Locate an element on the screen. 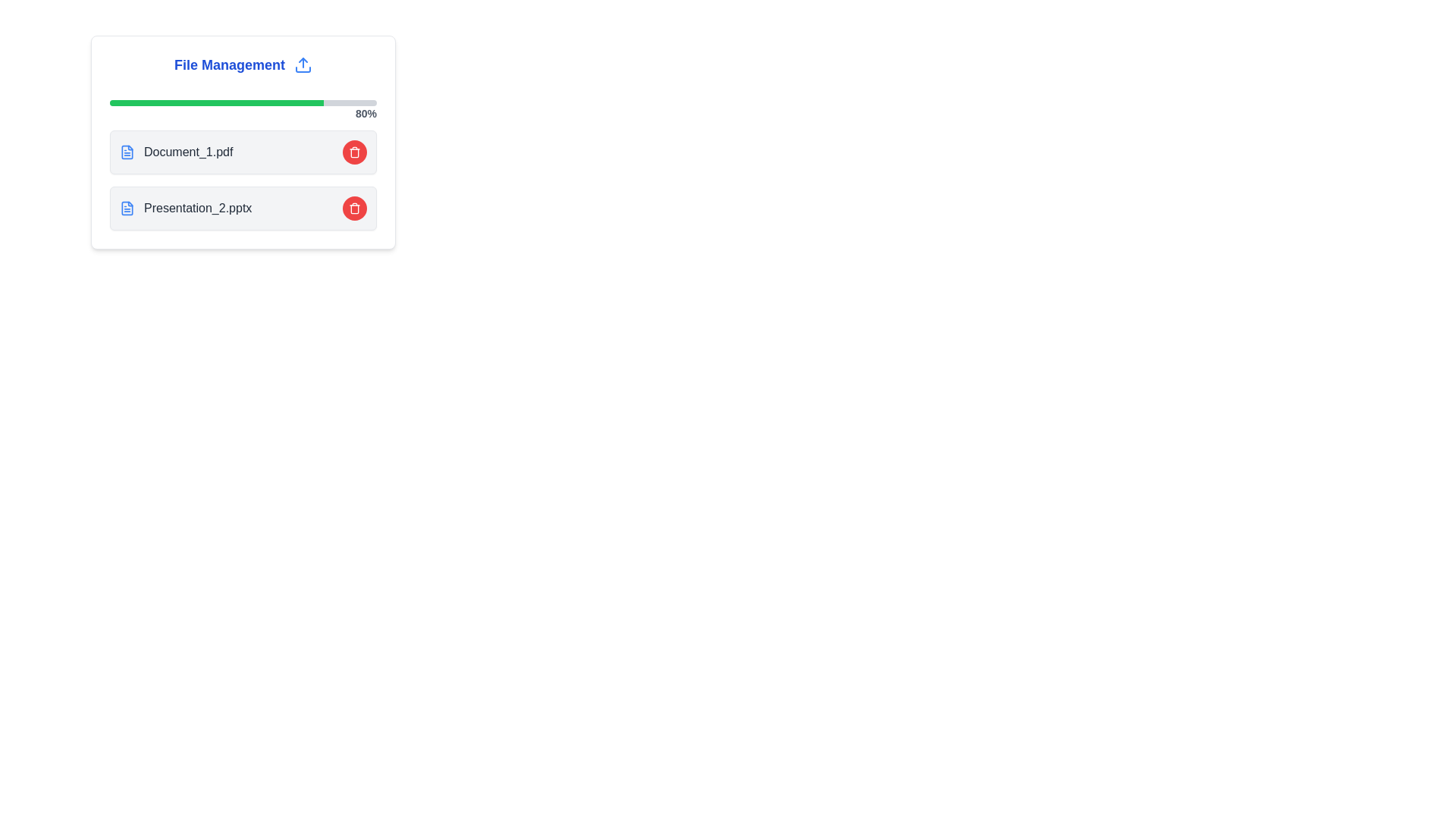 The width and height of the screenshot is (1456, 819). the trash icon button with a red circular background located on the right side of the second listed file ('Presentation_2.pptx') is located at coordinates (353, 152).